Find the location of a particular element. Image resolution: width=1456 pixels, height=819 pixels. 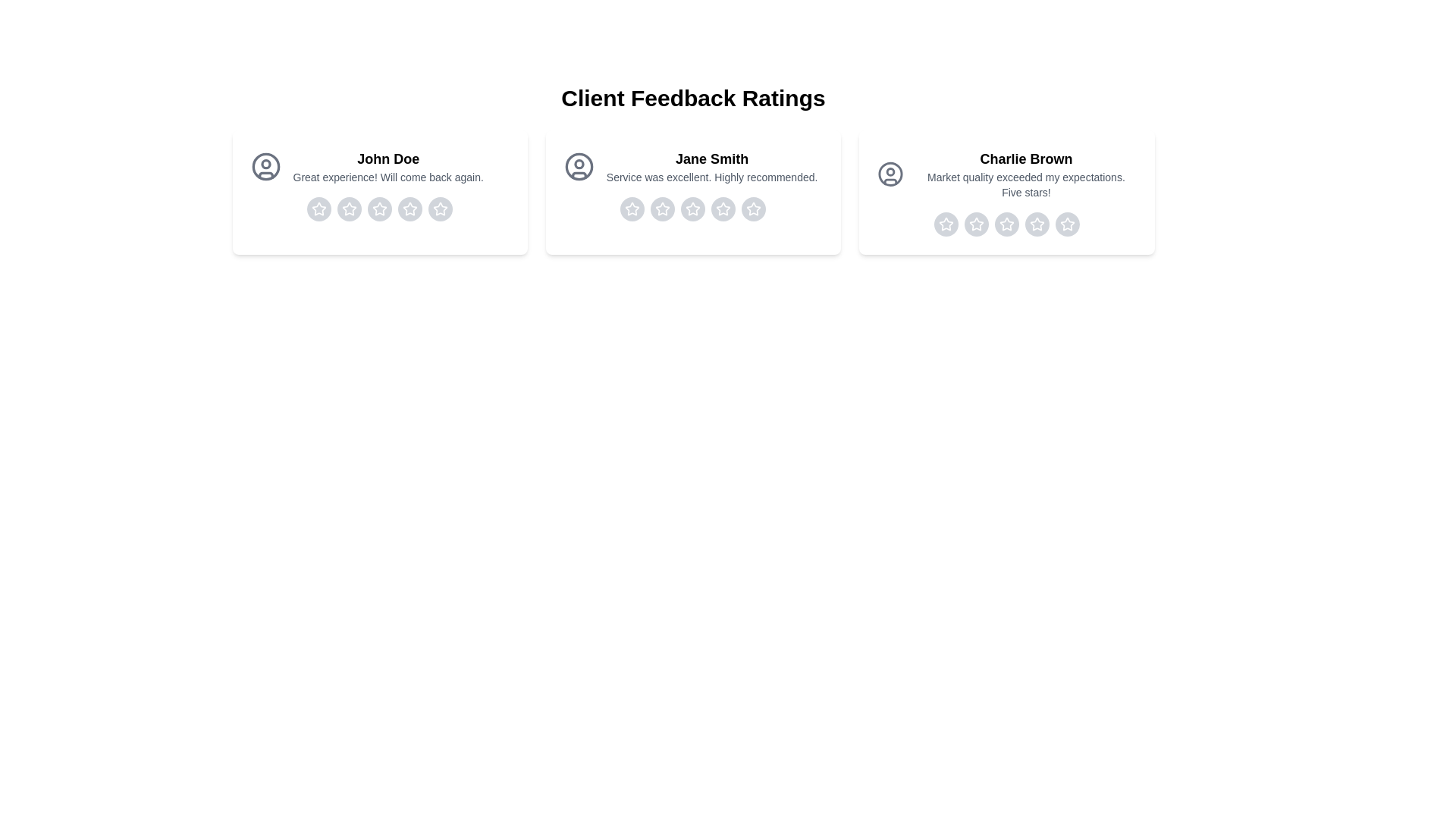

the avatar image of the reviewer 'John Doe' is located at coordinates (265, 166).